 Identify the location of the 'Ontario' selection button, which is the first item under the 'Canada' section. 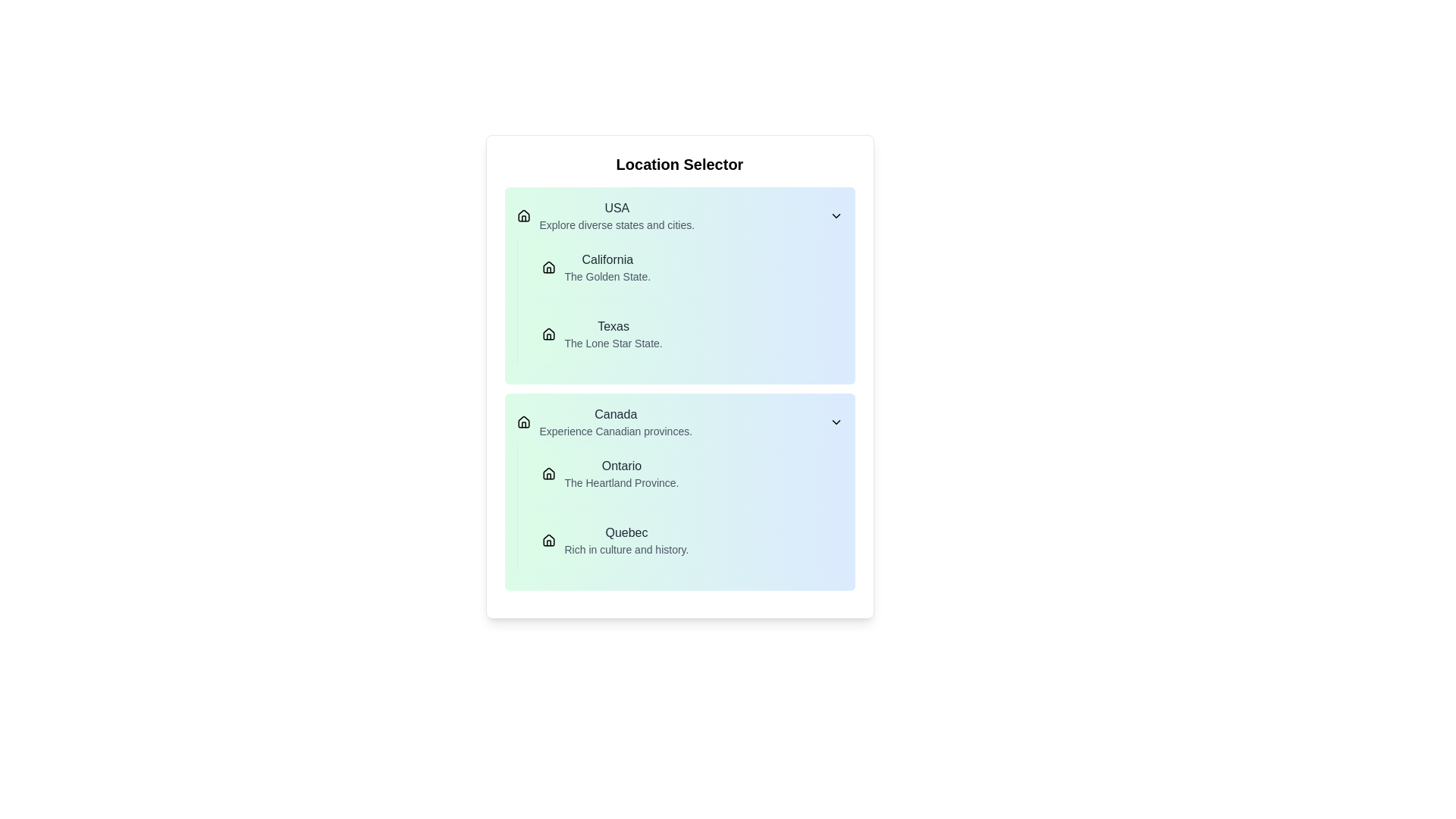
(686, 472).